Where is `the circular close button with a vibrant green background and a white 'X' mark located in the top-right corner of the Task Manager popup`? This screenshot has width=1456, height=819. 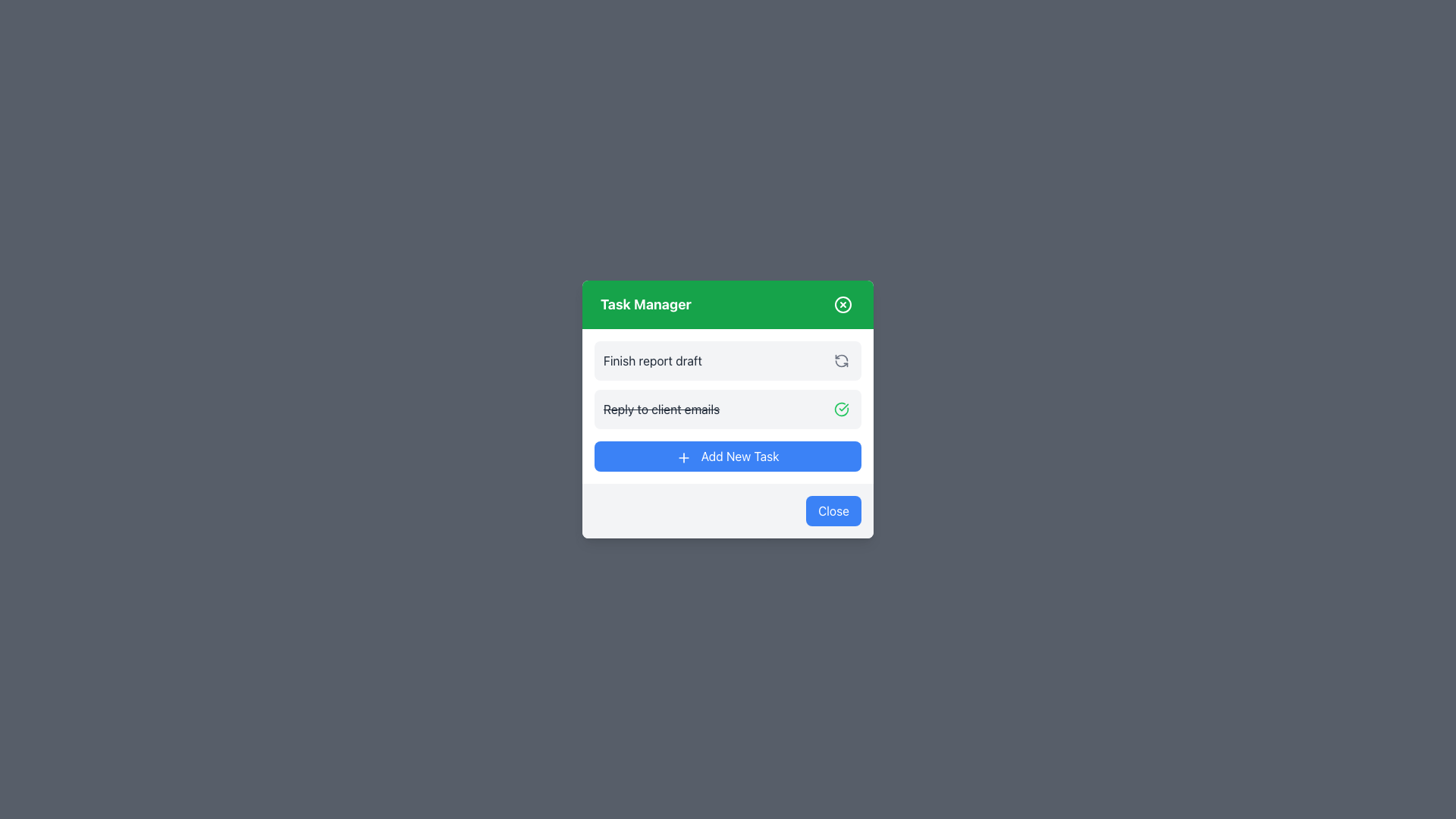 the circular close button with a vibrant green background and a white 'X' mark located in the top-right corner of the Task Manager popup is located at coordinates (843, 304).